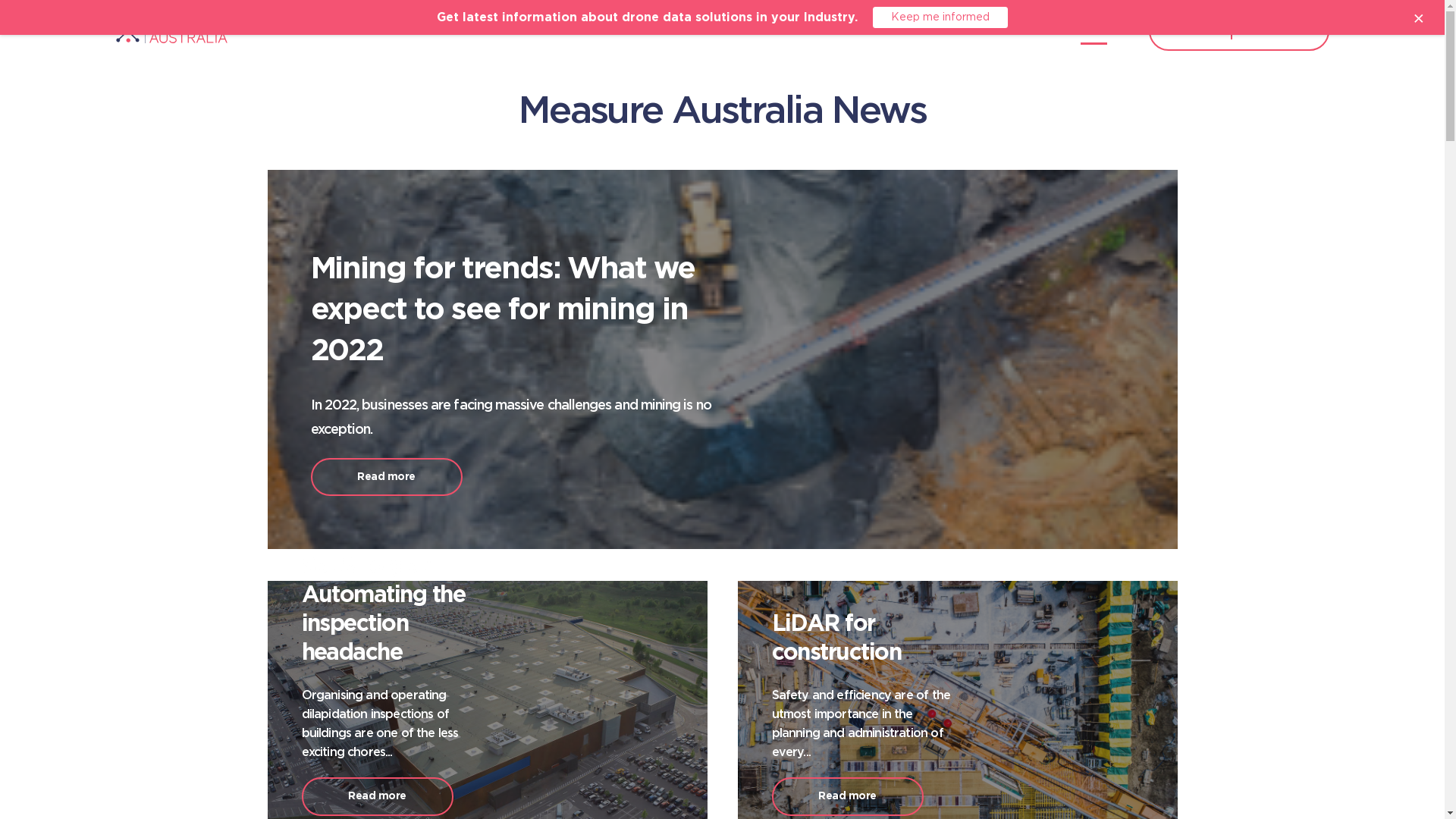 The height and width of the screenshot is (819, 1456). What do you see at coordinates (873, 17) in the screenshot?
I see `'Keep me informed'` at bounding box center [873, 17].